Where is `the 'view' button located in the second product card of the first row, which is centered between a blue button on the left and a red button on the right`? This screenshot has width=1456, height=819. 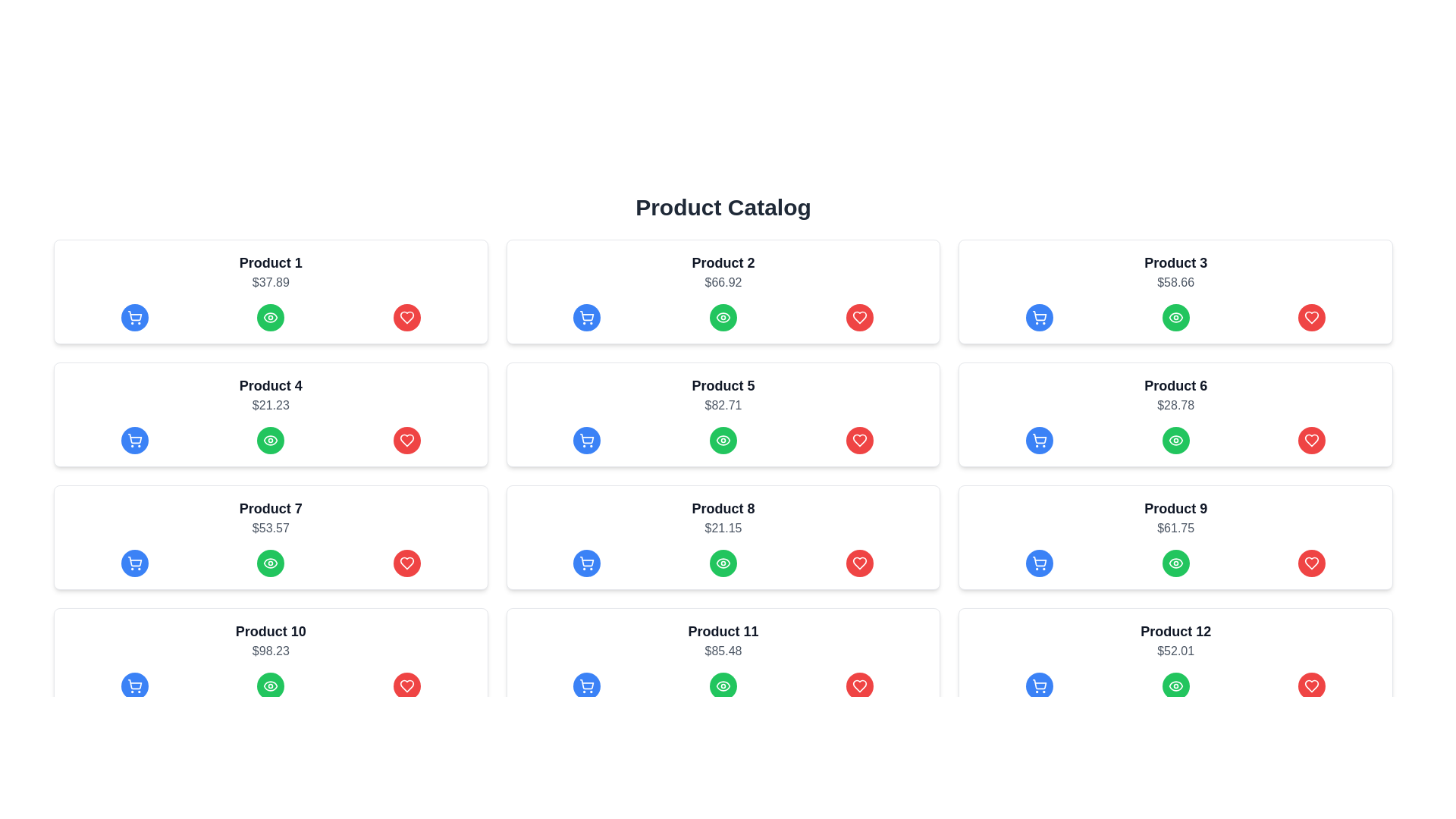 the 'view' button located in the second product card of the first row, which is centered between a blue button on the left and a red button on the right is located at coordinates (723, 317).